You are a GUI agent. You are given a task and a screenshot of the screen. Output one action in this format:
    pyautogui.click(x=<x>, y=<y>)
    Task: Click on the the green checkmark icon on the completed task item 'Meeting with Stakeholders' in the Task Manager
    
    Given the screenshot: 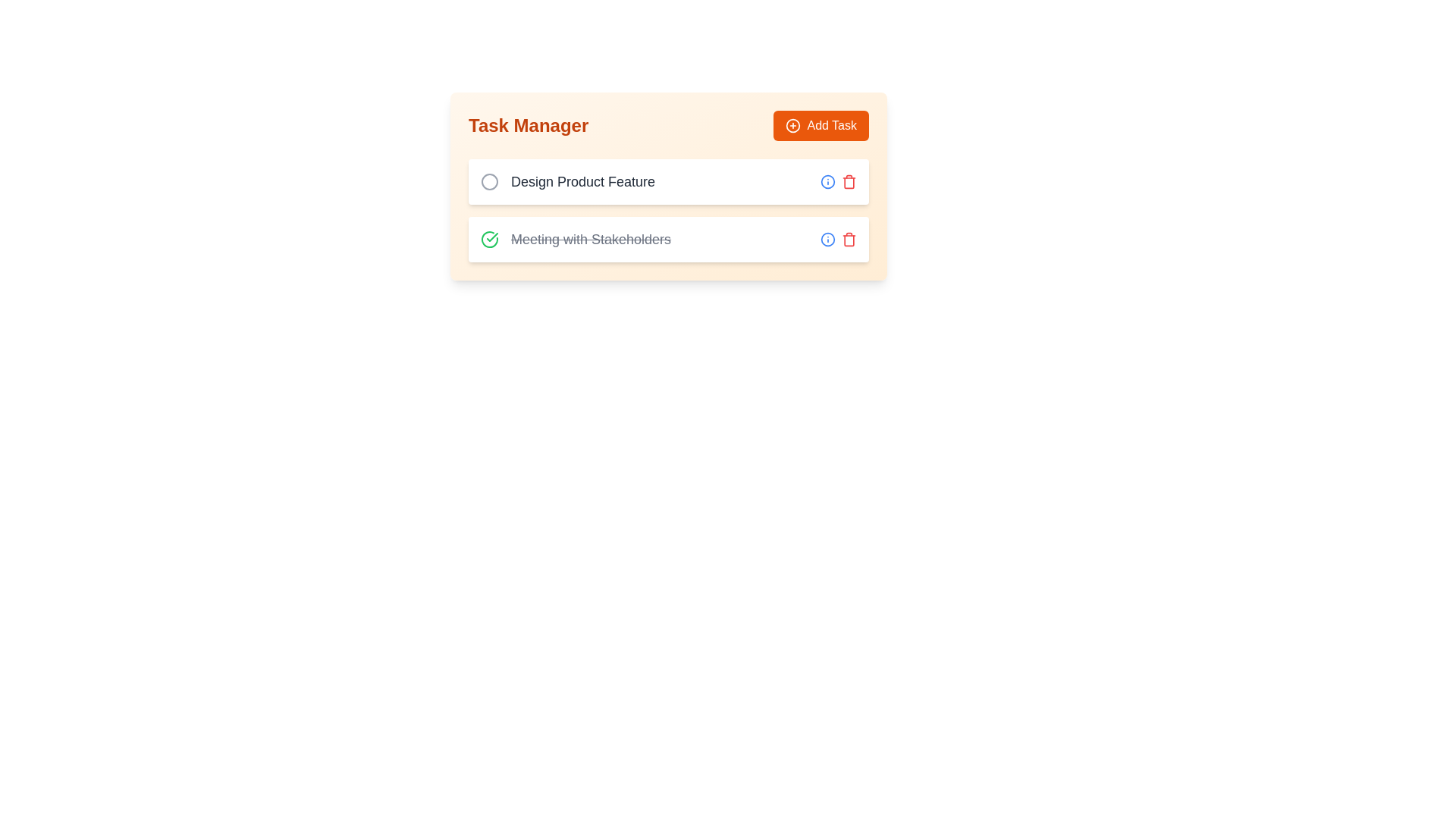 What is the action you would take?
    pyautogui.click(x=668, y=239)
    